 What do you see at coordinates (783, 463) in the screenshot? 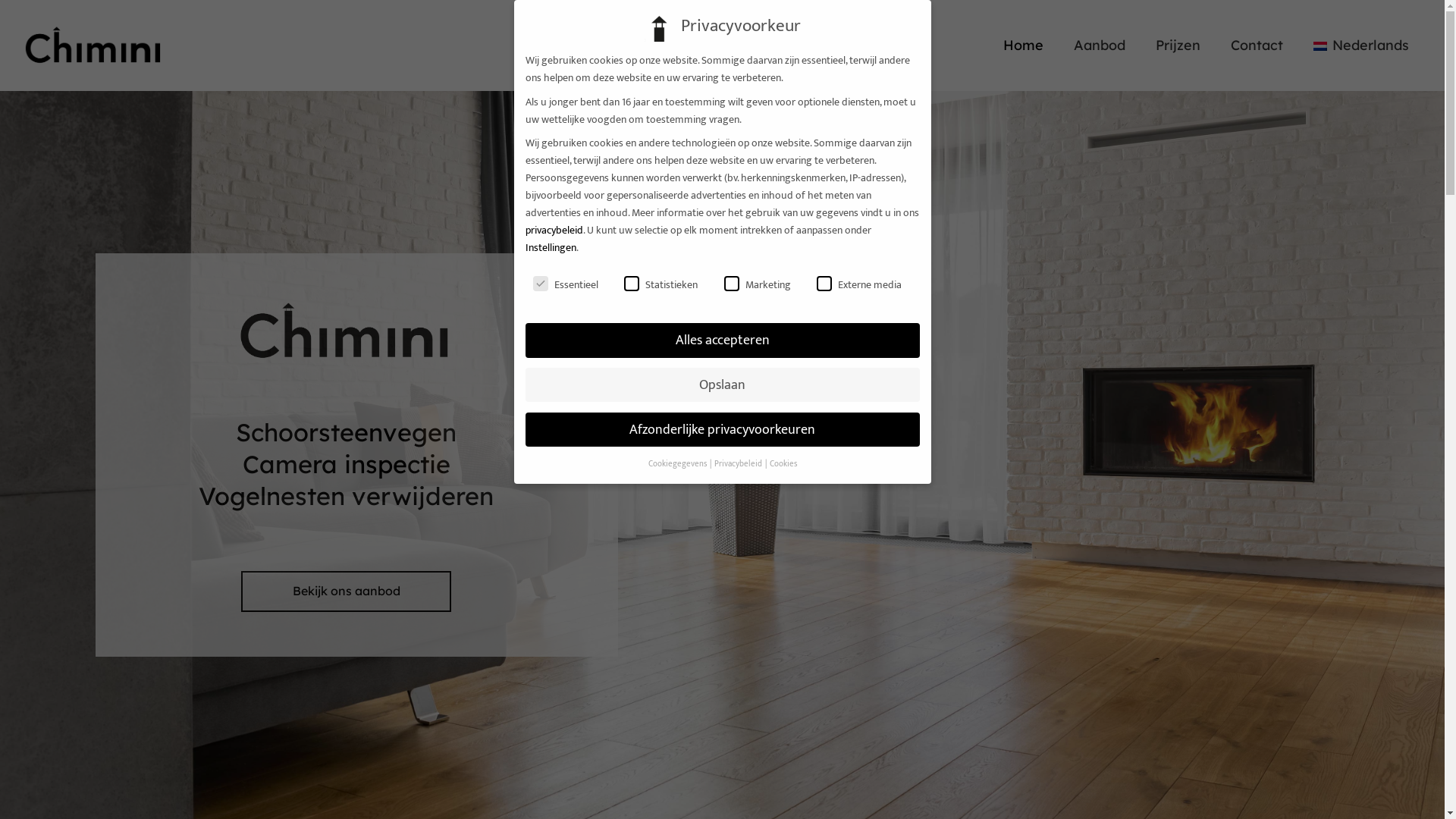
I see `'Cookies'` at bounding box center [783, 463].